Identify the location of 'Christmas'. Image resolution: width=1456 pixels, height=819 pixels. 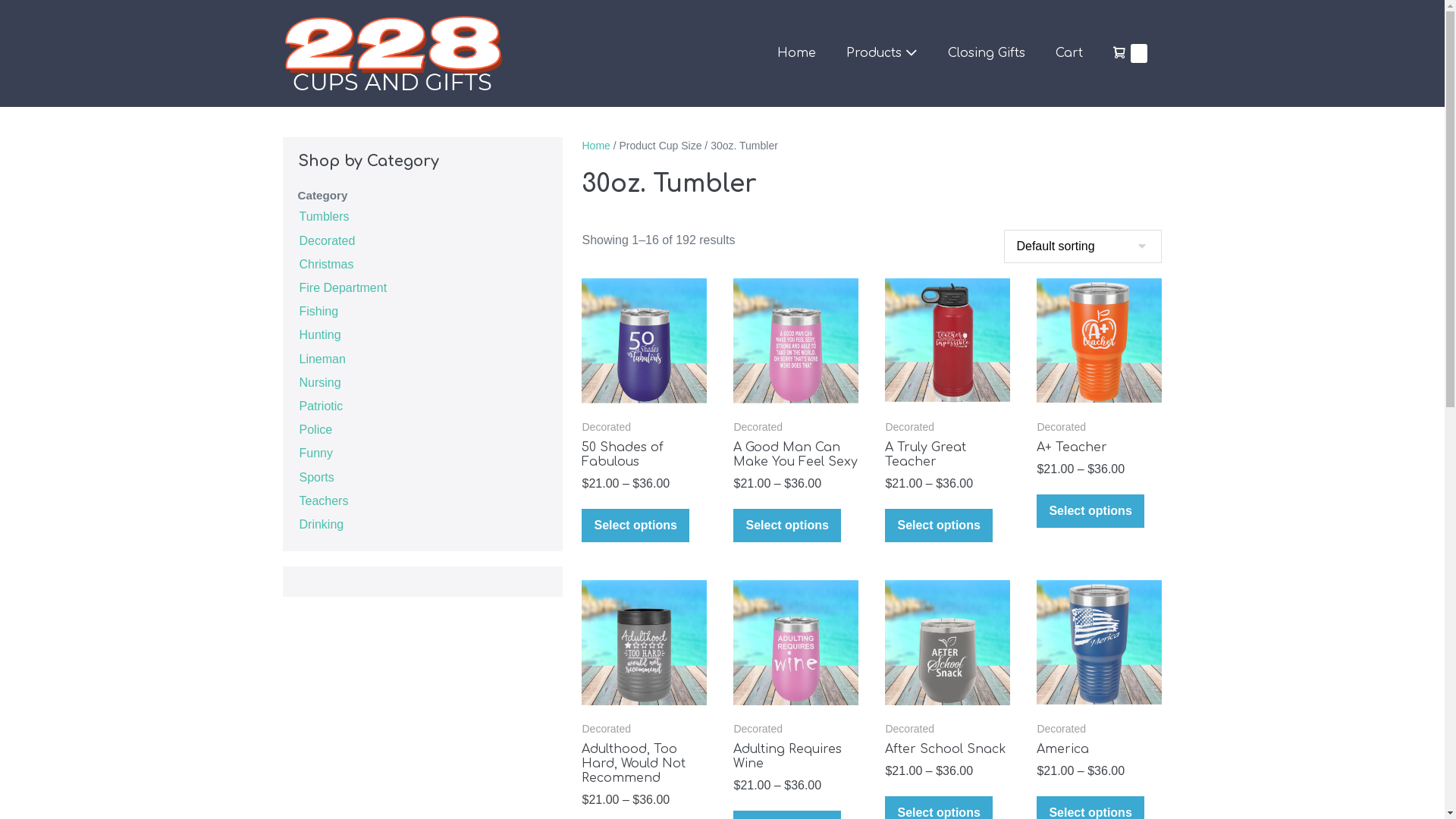
(325, 262).